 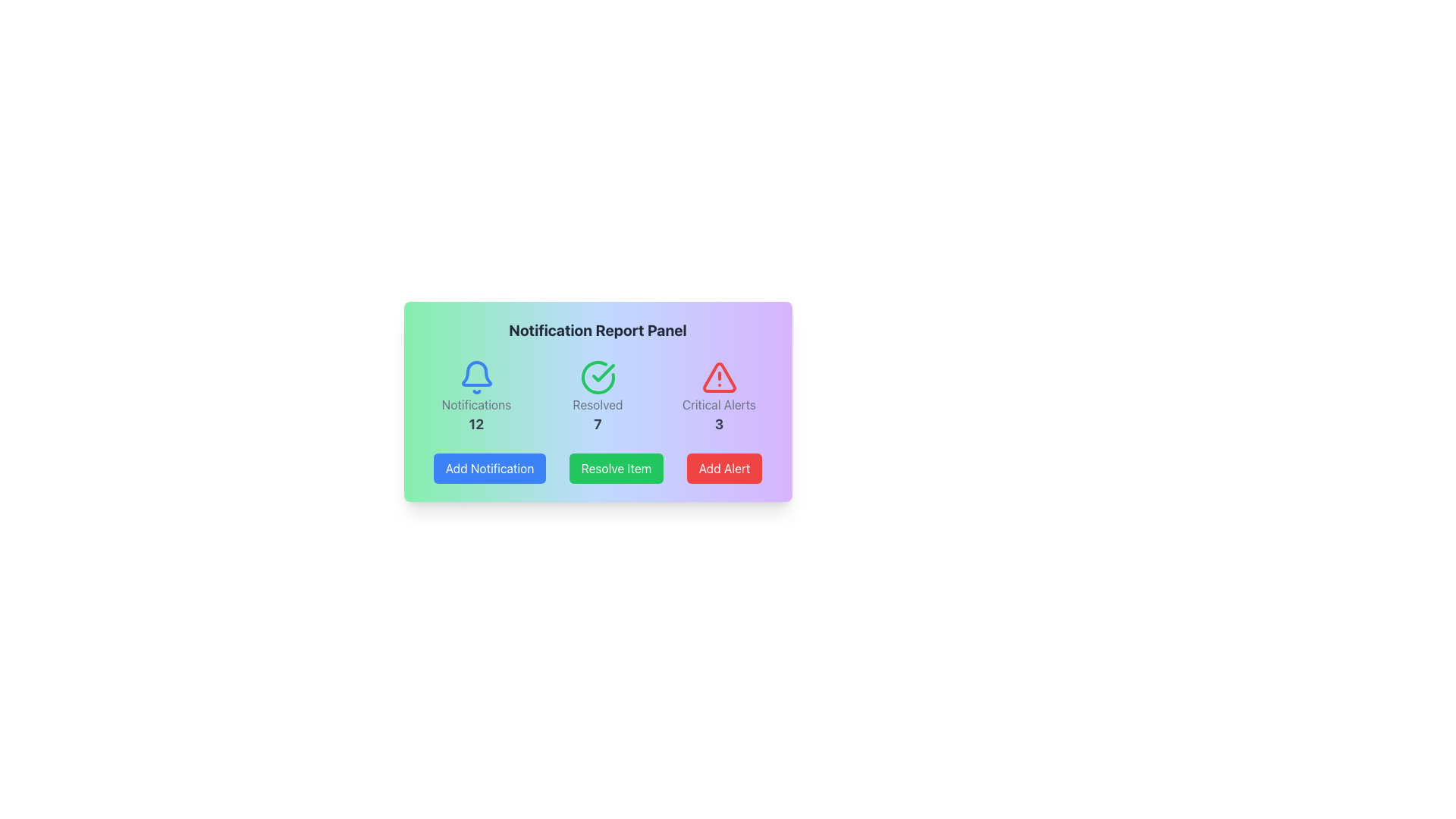 What do you see at coordinates (602, 373) in the screenshot?
I see `the resolved status icon in the notification panel` at bounding box center [602, 373].